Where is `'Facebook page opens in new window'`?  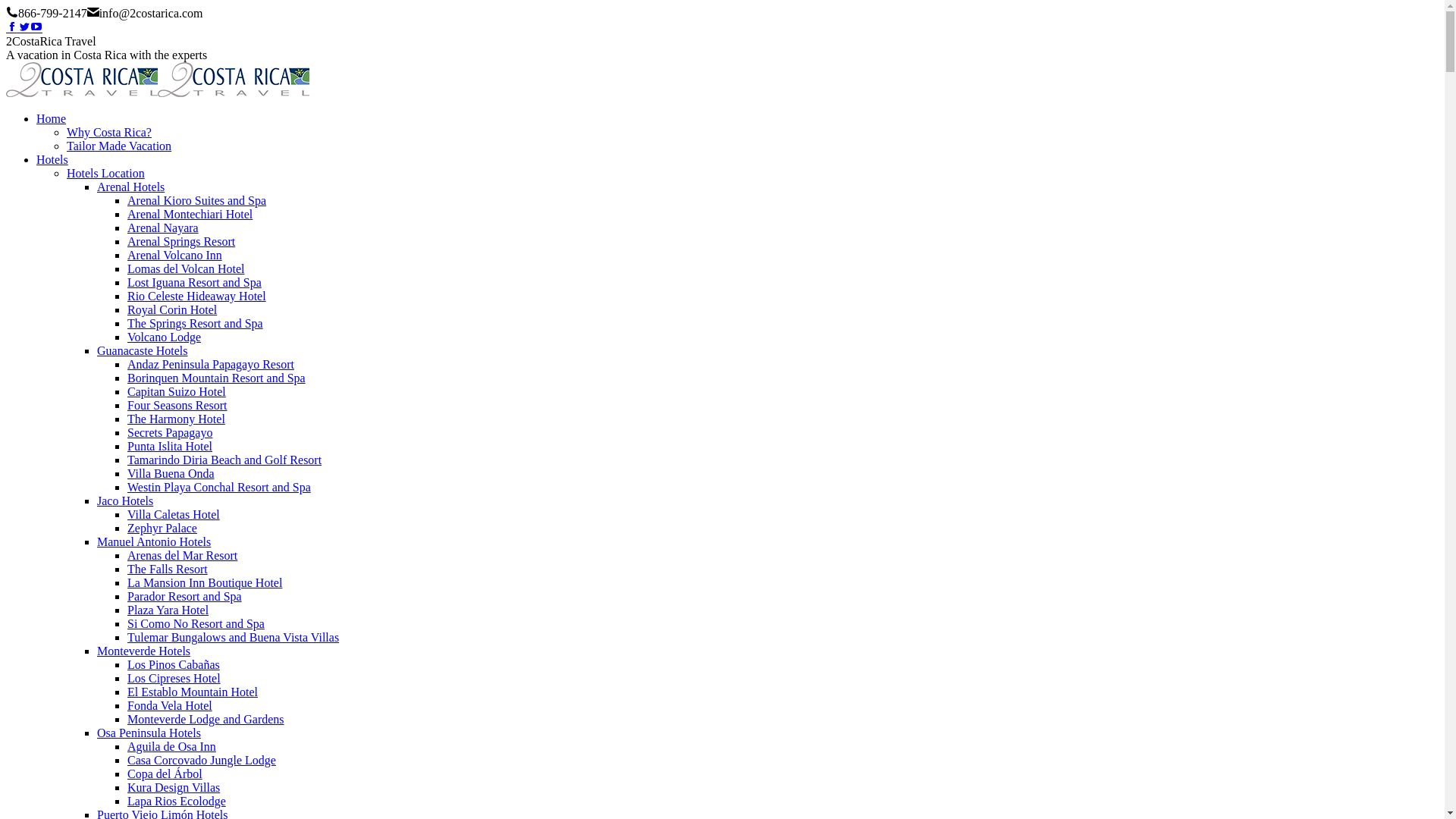 'Facebook page opens in new window' is located at coordinates (11, 27).